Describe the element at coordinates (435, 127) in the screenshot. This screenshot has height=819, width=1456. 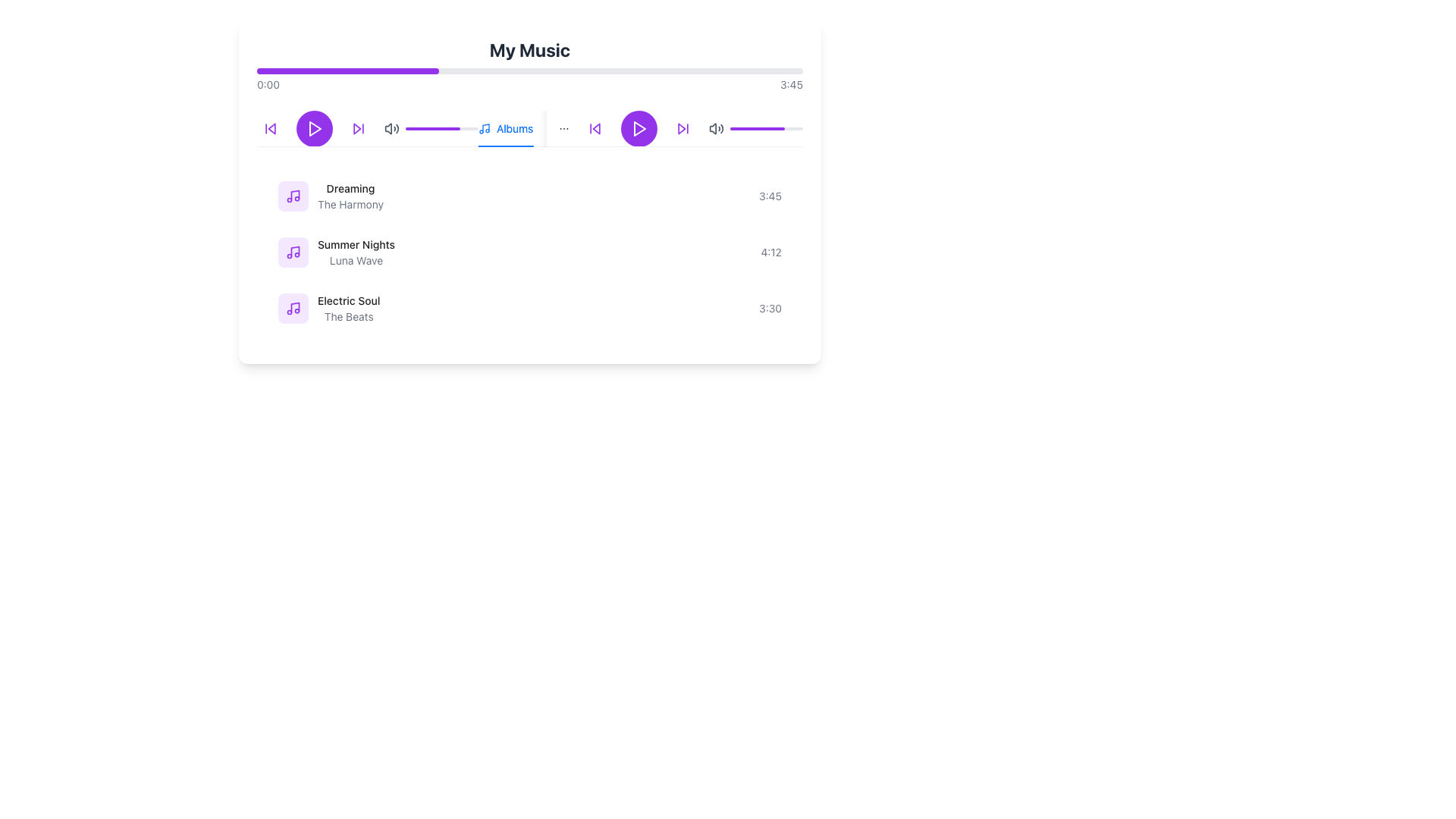
I see `the progress value` at that location.